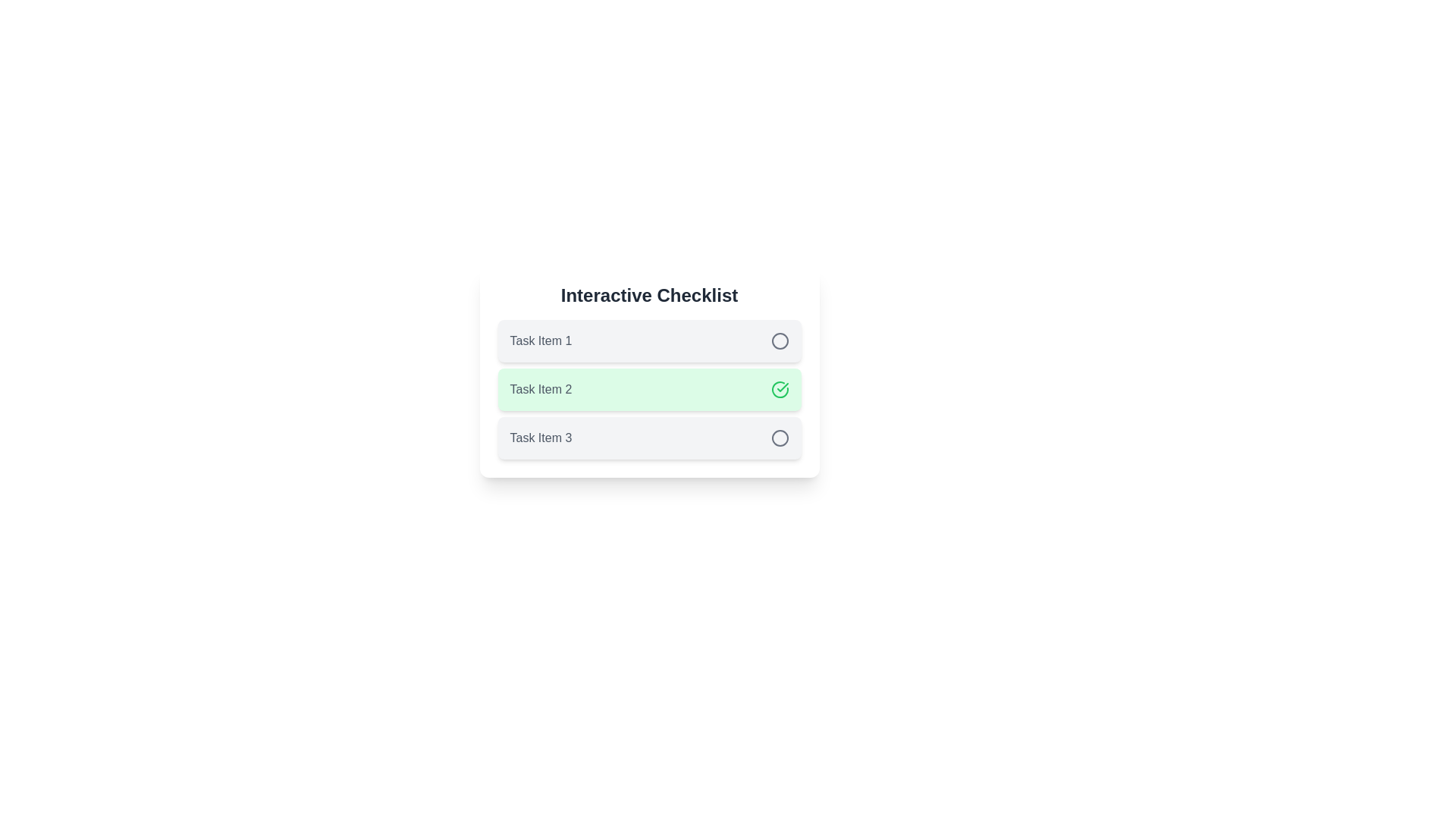  What do you see at coordinates (780, 388) in the screenshot?
I see `the interactive element associated with task item Task Item 2 to view its content` at bounding box center [780, 388].